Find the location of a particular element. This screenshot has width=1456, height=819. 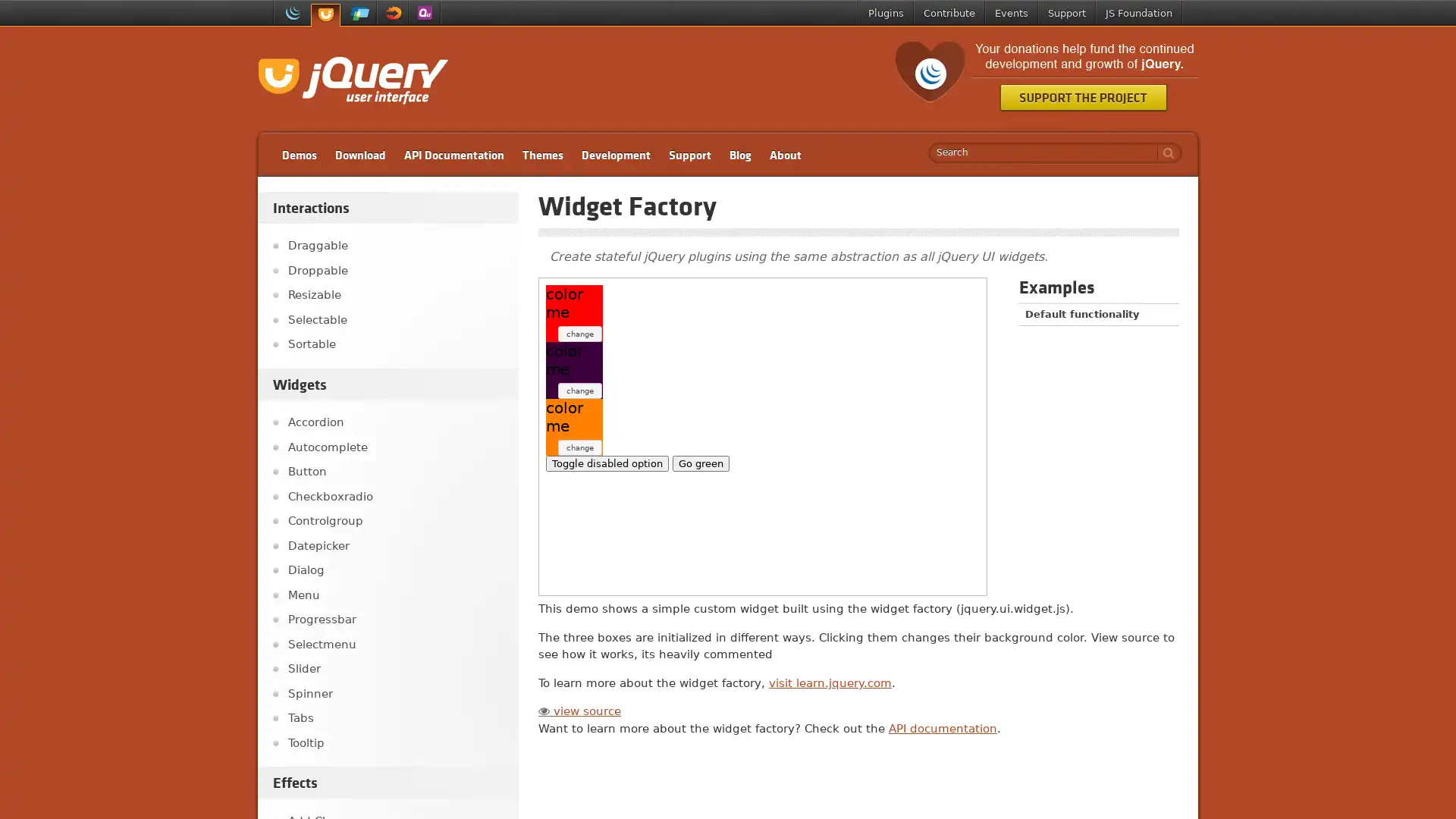

search is located at coordinates (1164, 152).